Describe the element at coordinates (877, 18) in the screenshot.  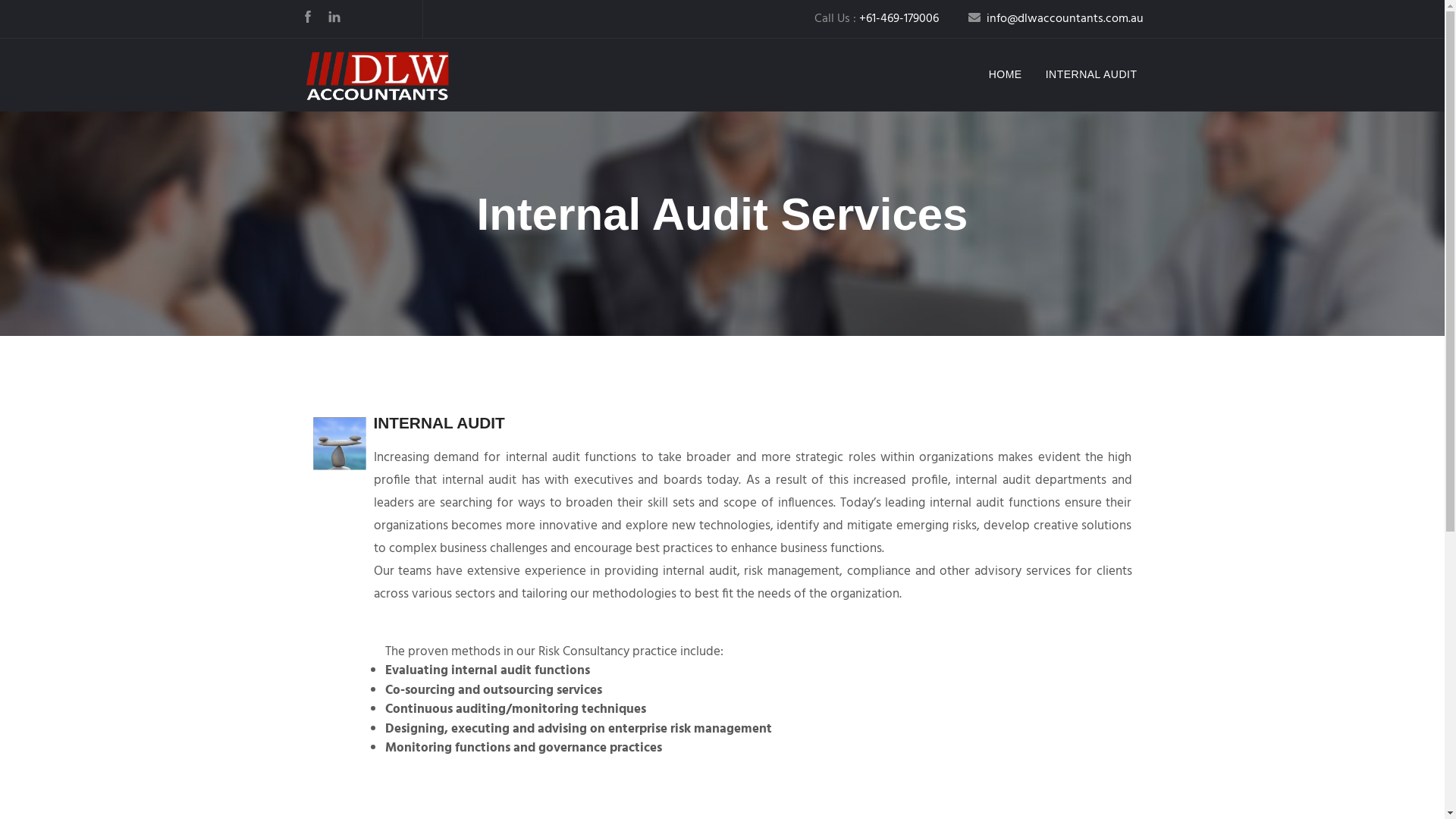
I see `'Call Us : +61-469-179006'` at that location.